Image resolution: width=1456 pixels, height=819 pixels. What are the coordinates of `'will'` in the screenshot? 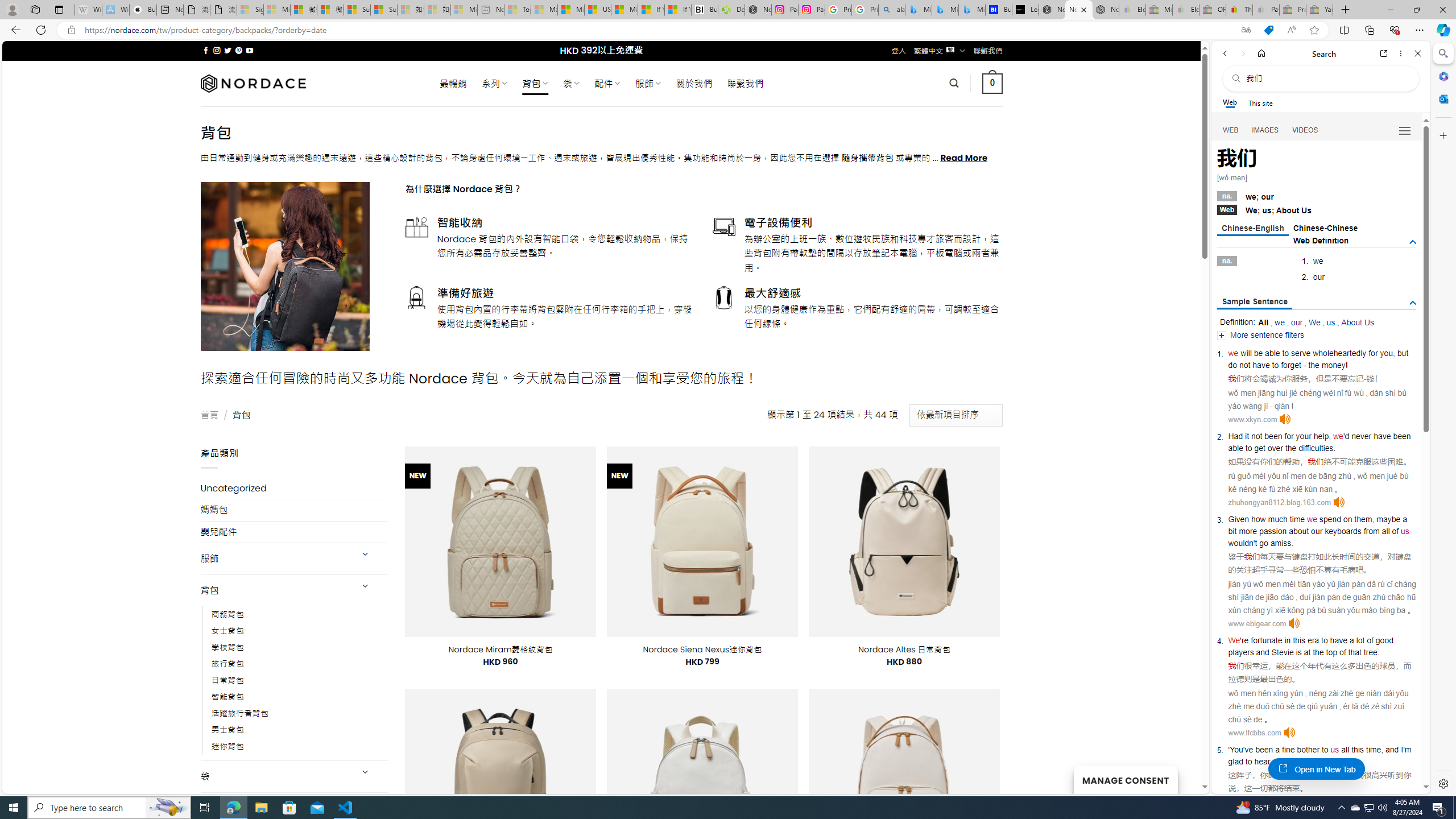 It's located at (1246, 353).